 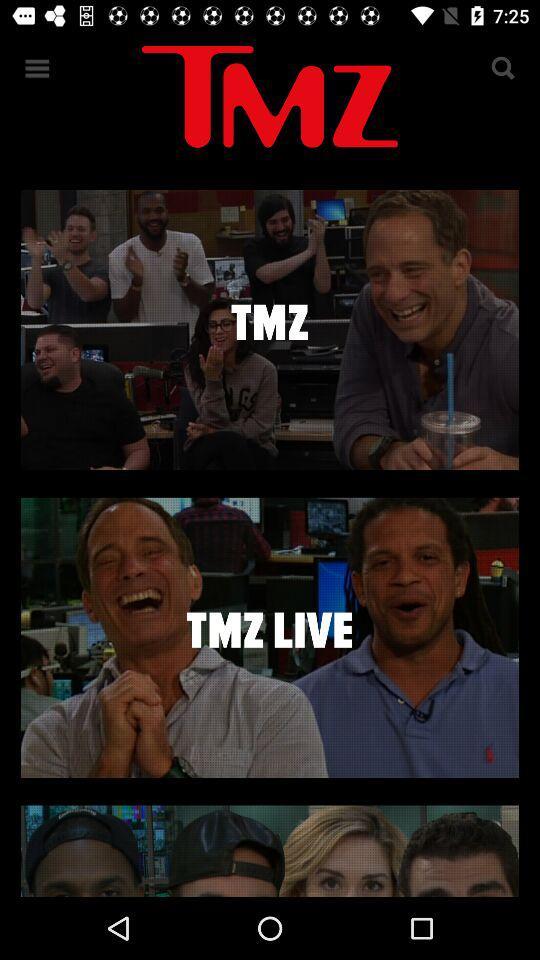 What do you see at coordinates (37, 68) in the screenshot?
I see `show menu` at bounding box center [37, 68].